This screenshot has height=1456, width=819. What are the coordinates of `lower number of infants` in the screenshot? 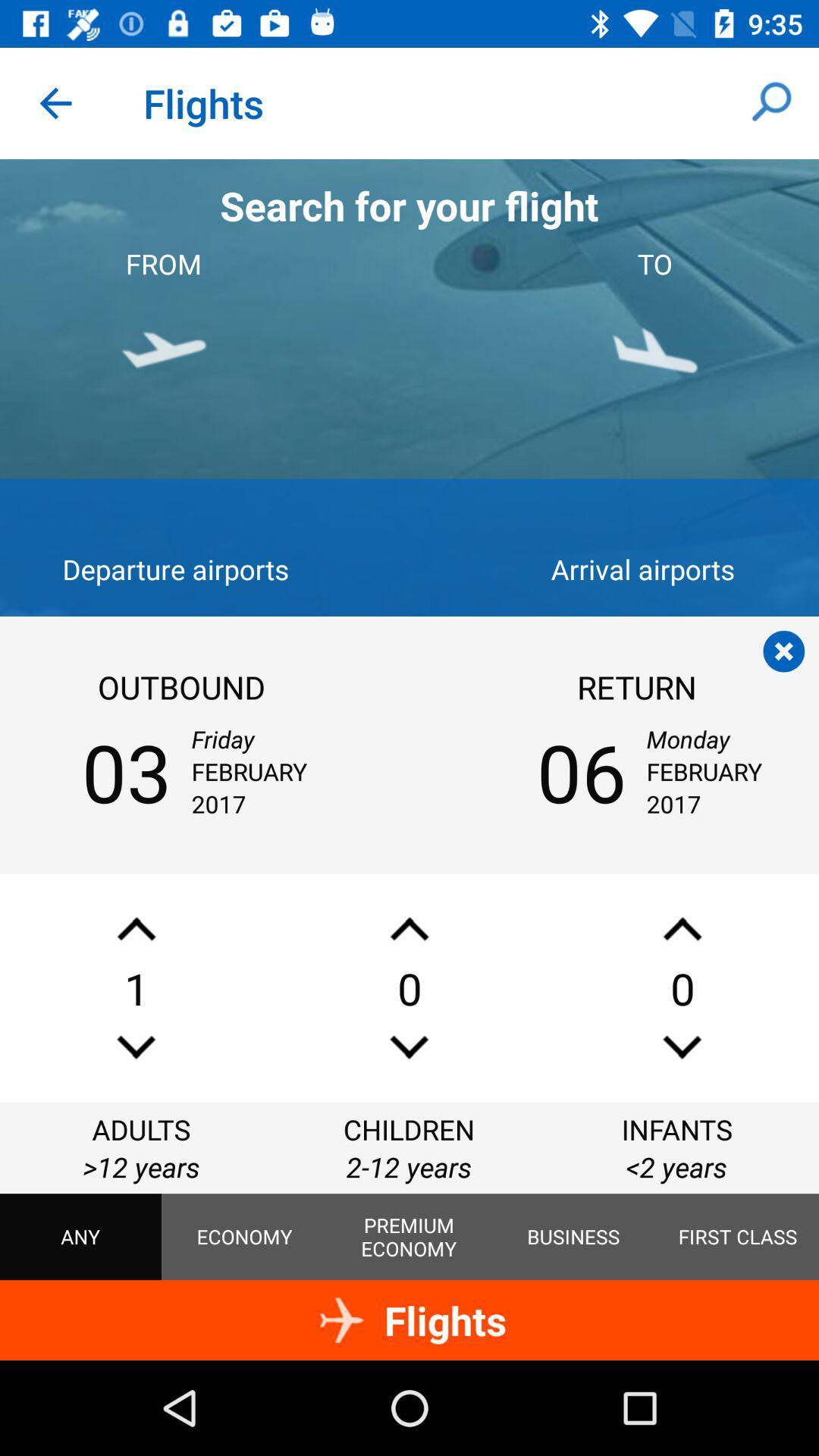 It's located at (681, 1046).